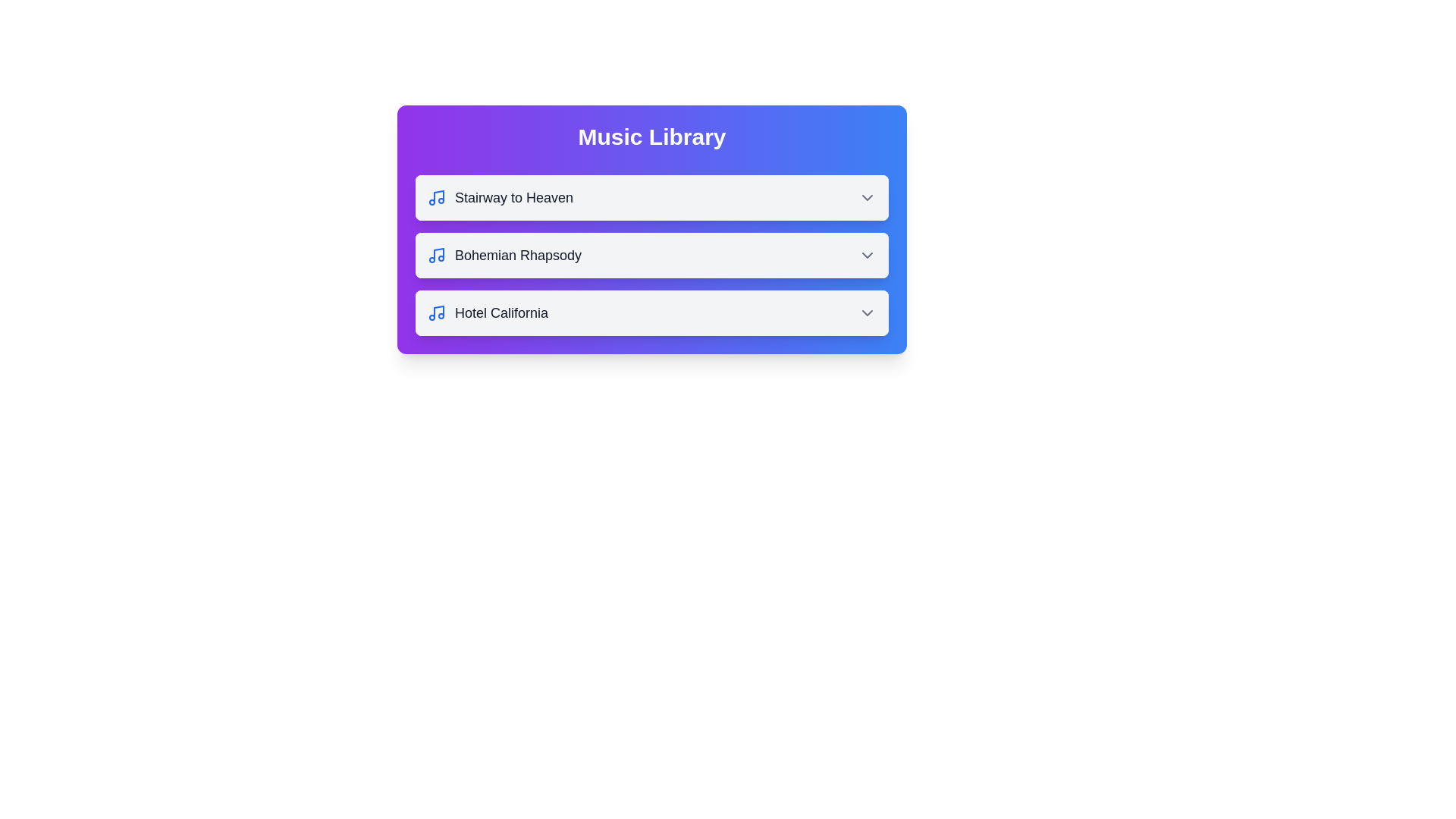 The width and height of the screenshot is (1456, 819). Describe the element at coordinates (867, 254) in the screenshot. I see `the chevron icon at the right end of the 'Bohemian Rhapsody' row in the 'Music Library'` at that location.